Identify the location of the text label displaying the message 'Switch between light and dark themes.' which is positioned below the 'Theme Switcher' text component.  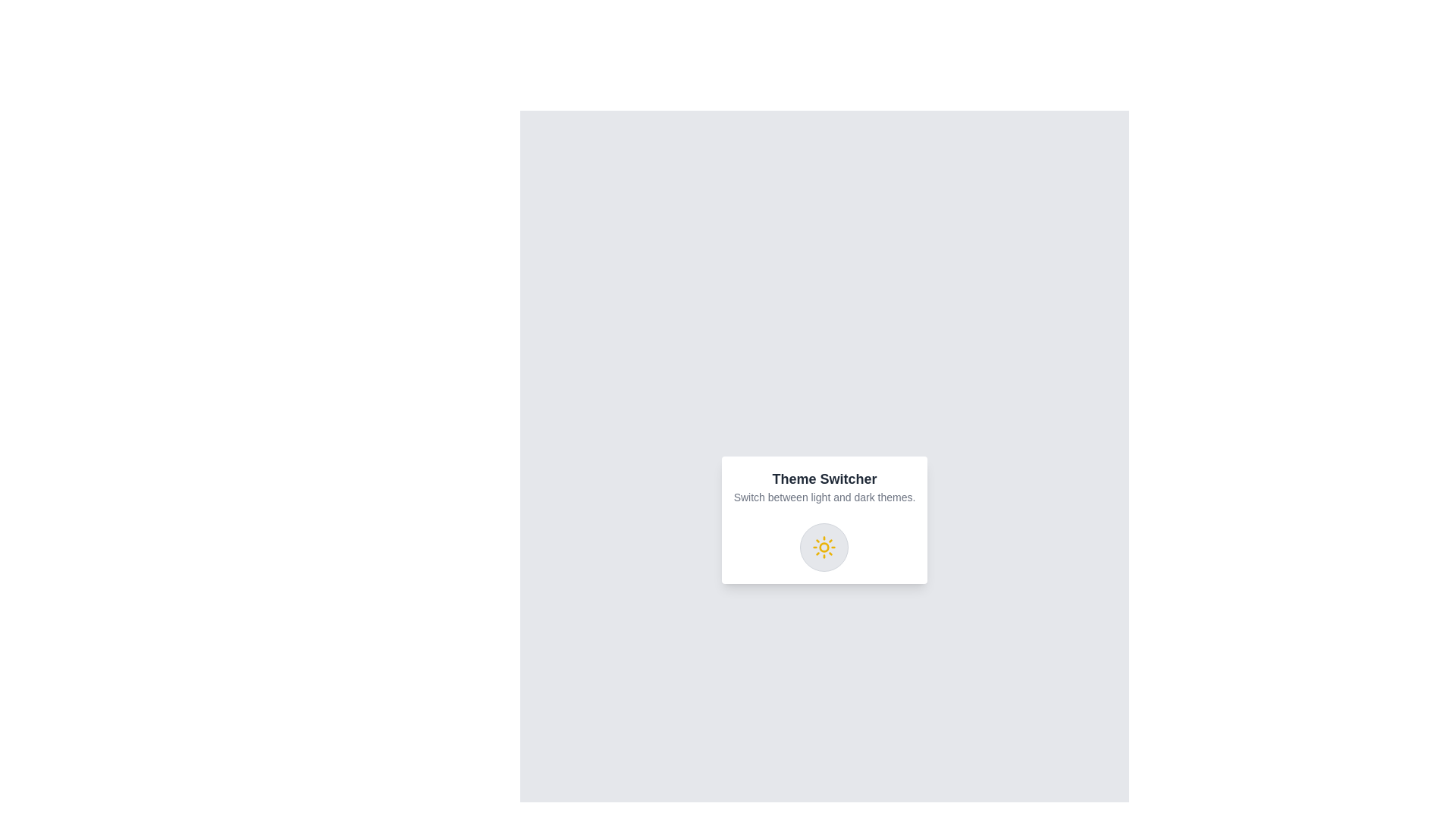
(824, 497).